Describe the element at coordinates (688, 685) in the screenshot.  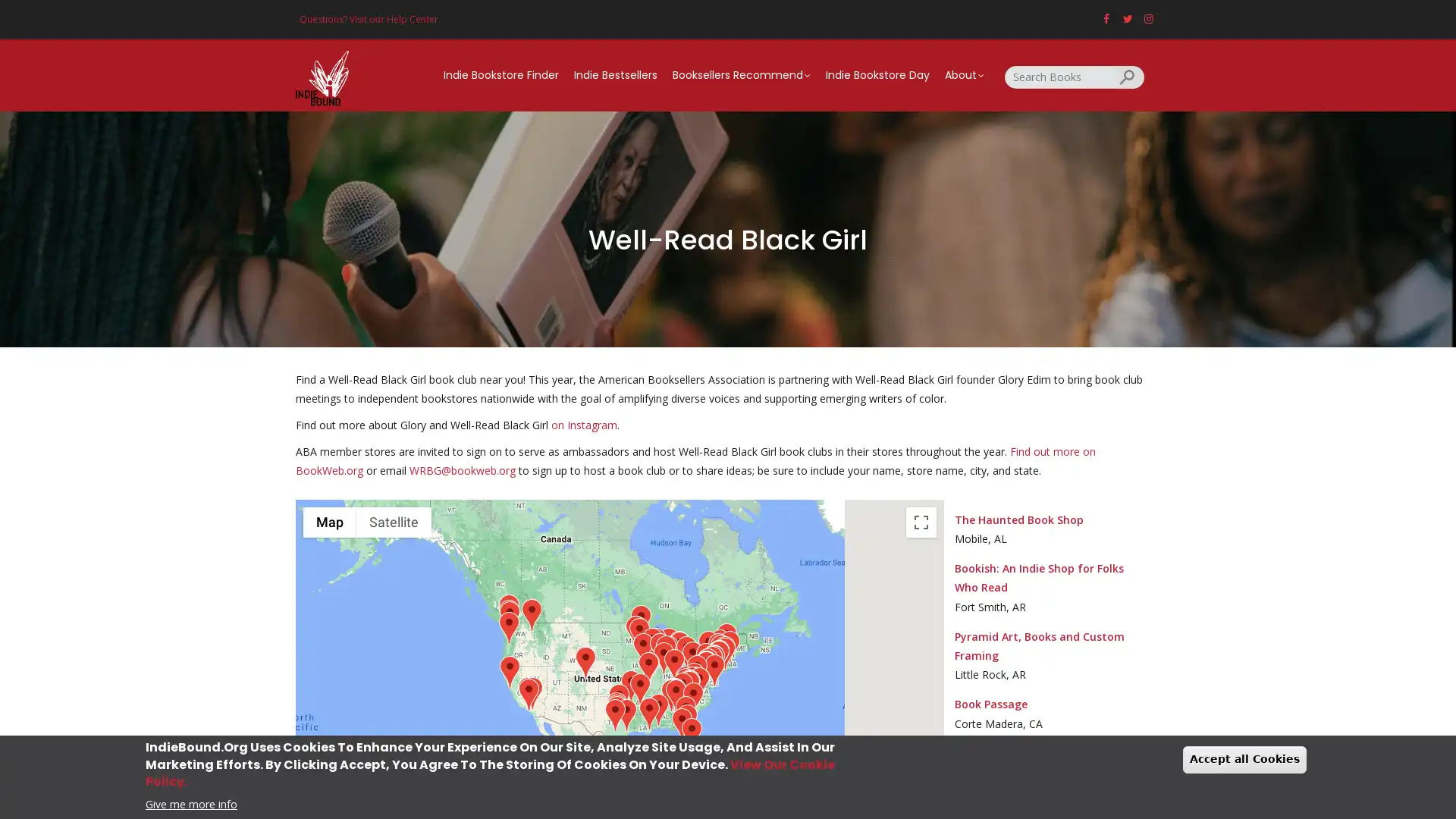
I see `Main Street Books (NC)` at that location.